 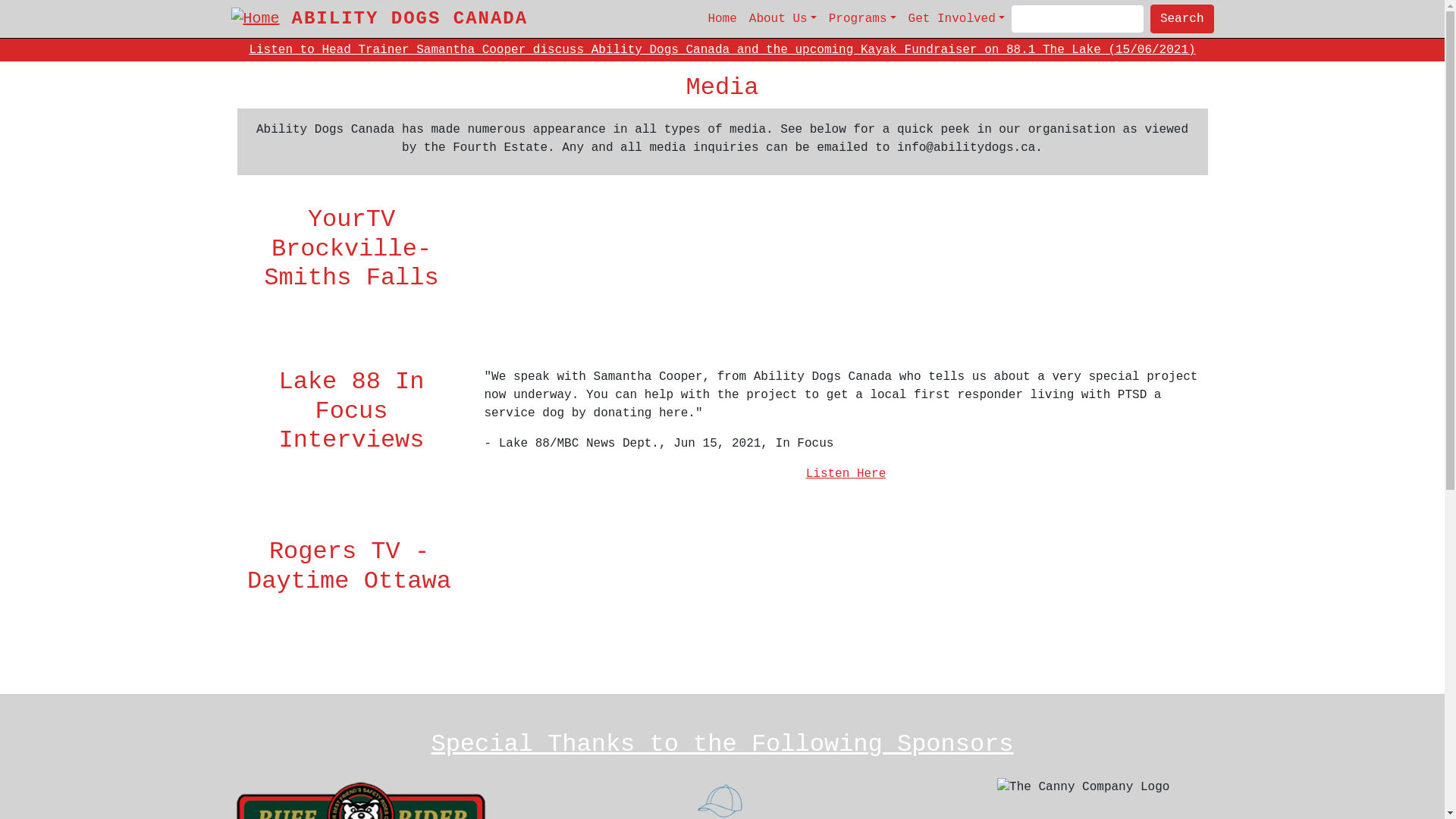 I want to click on 'Enter the terms you wish to search for.', so click(x=1011, y=18).